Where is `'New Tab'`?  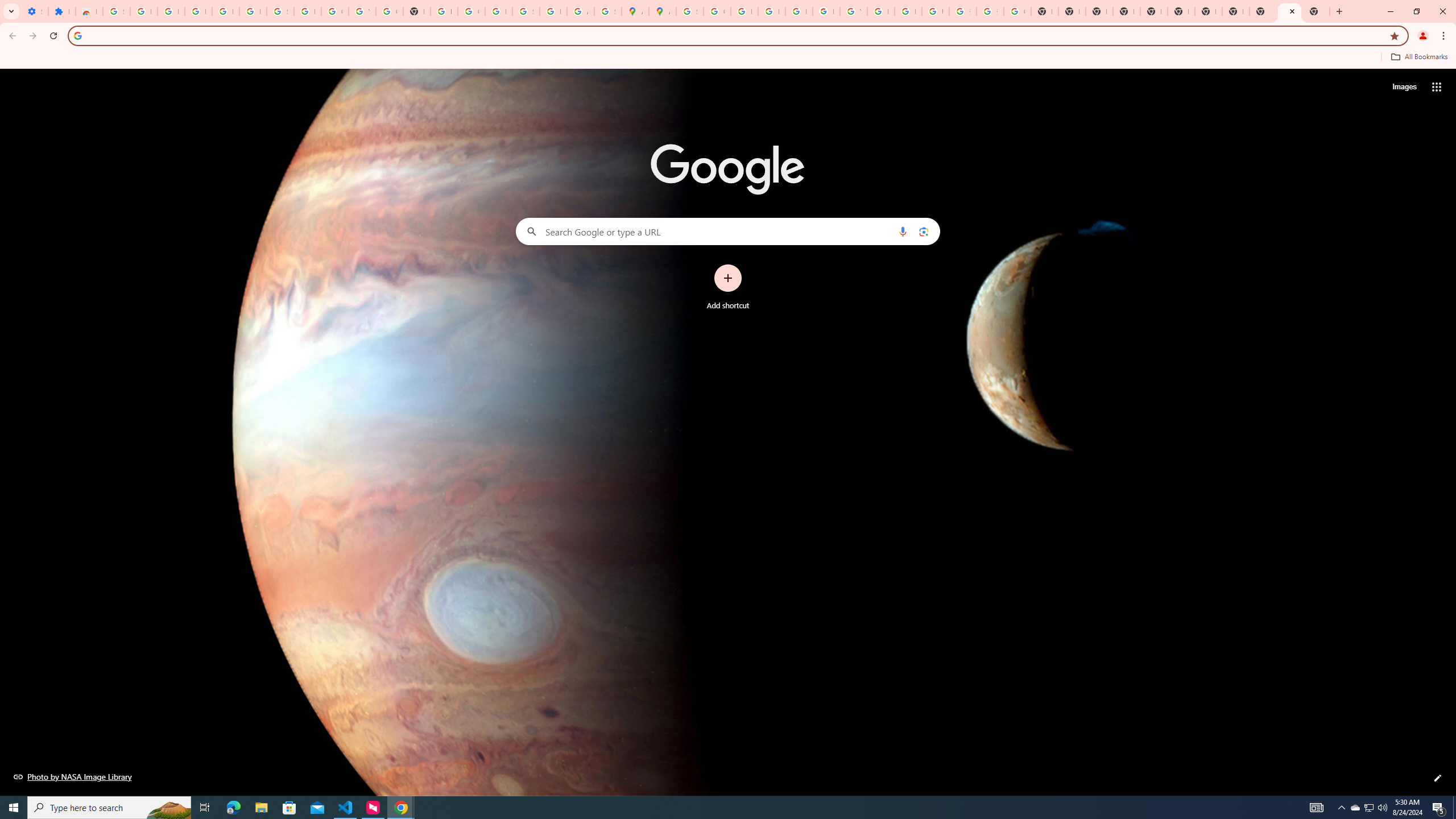 'New Tab' is located at coordinates (1316, 11).